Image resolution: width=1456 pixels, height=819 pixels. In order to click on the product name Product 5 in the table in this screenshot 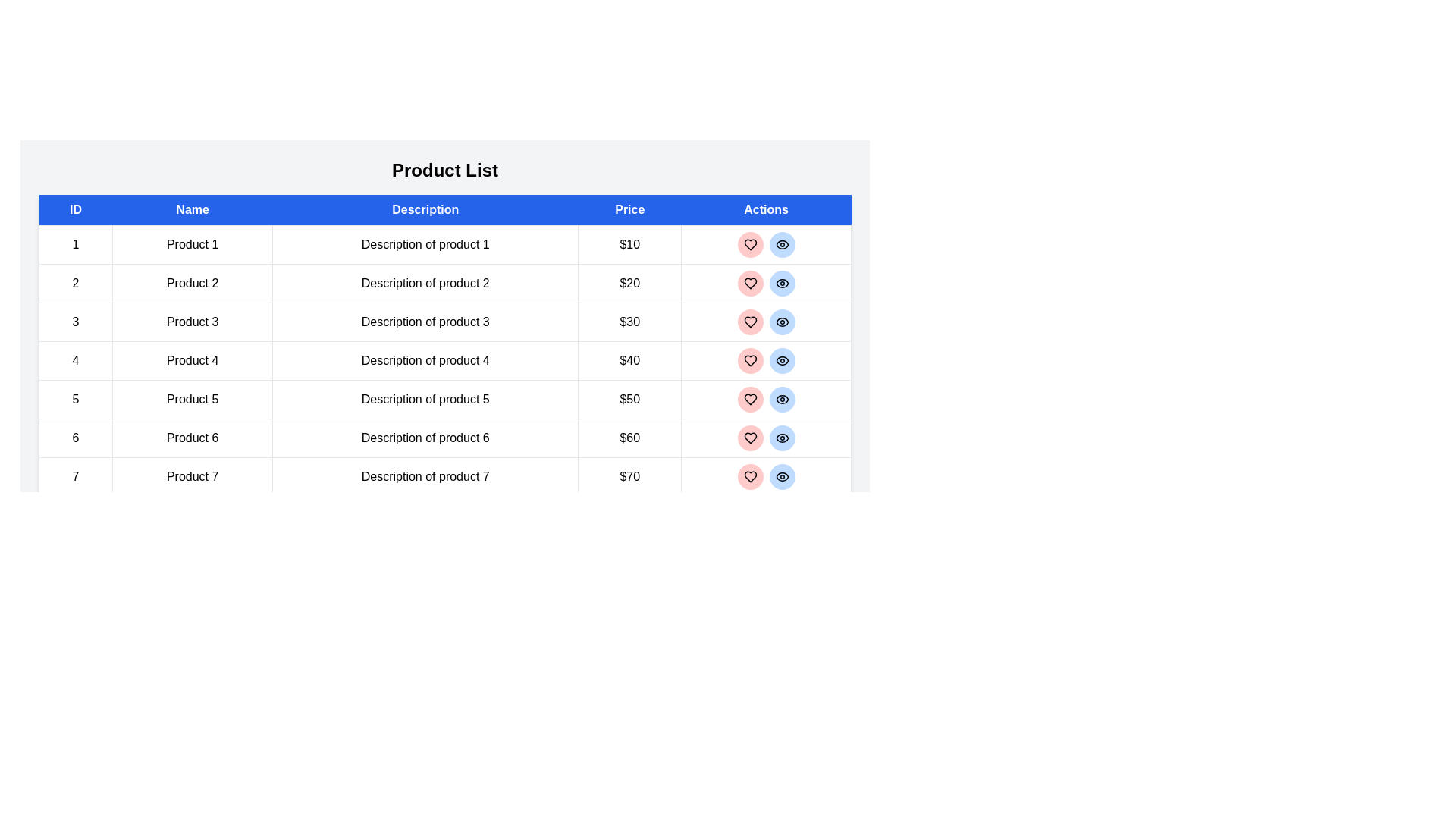, I will do `click(192, 399)`.